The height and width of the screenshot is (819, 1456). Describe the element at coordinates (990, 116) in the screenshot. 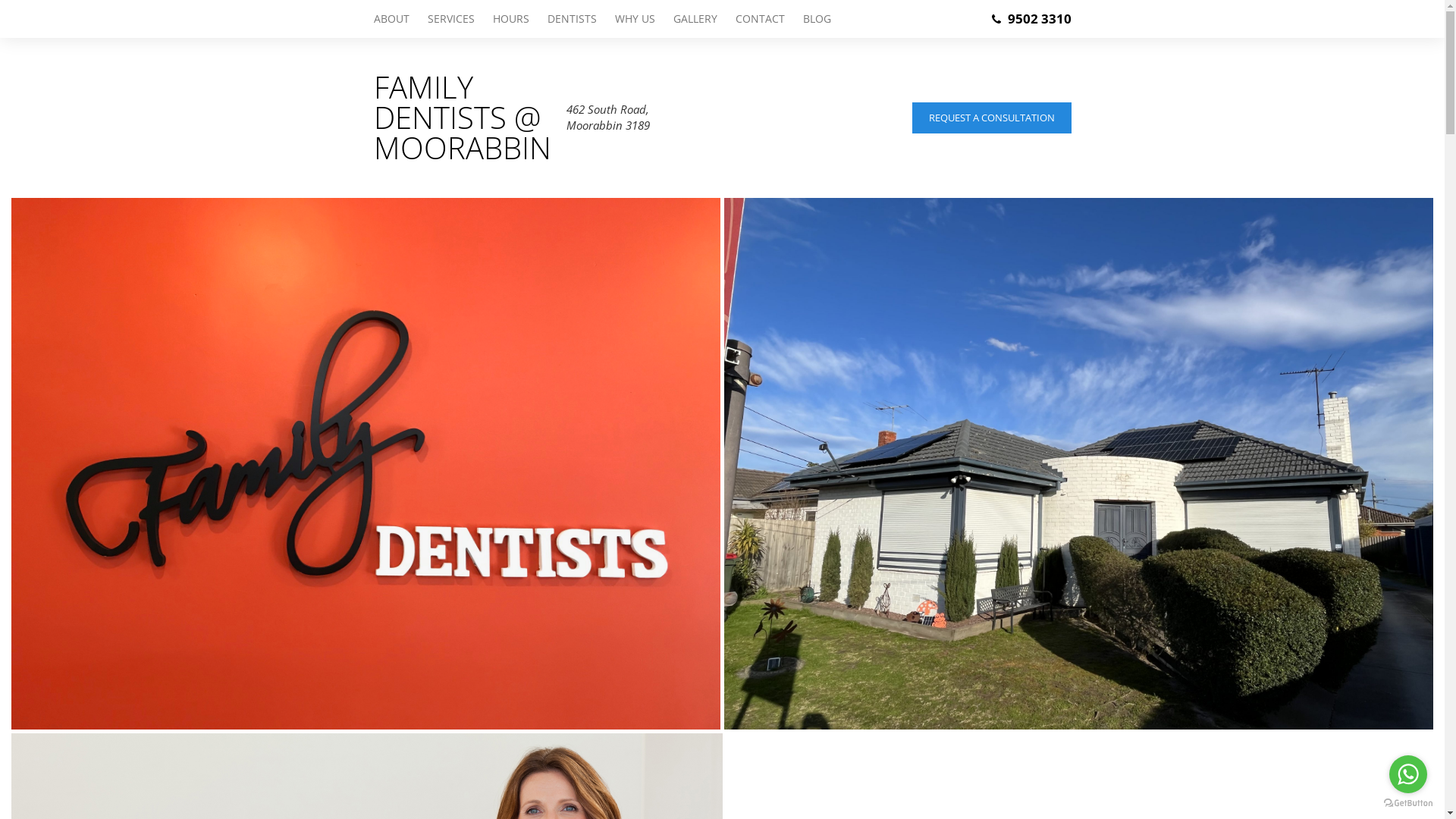

I see `'REQUEST A CONSULTATION'` at that location.